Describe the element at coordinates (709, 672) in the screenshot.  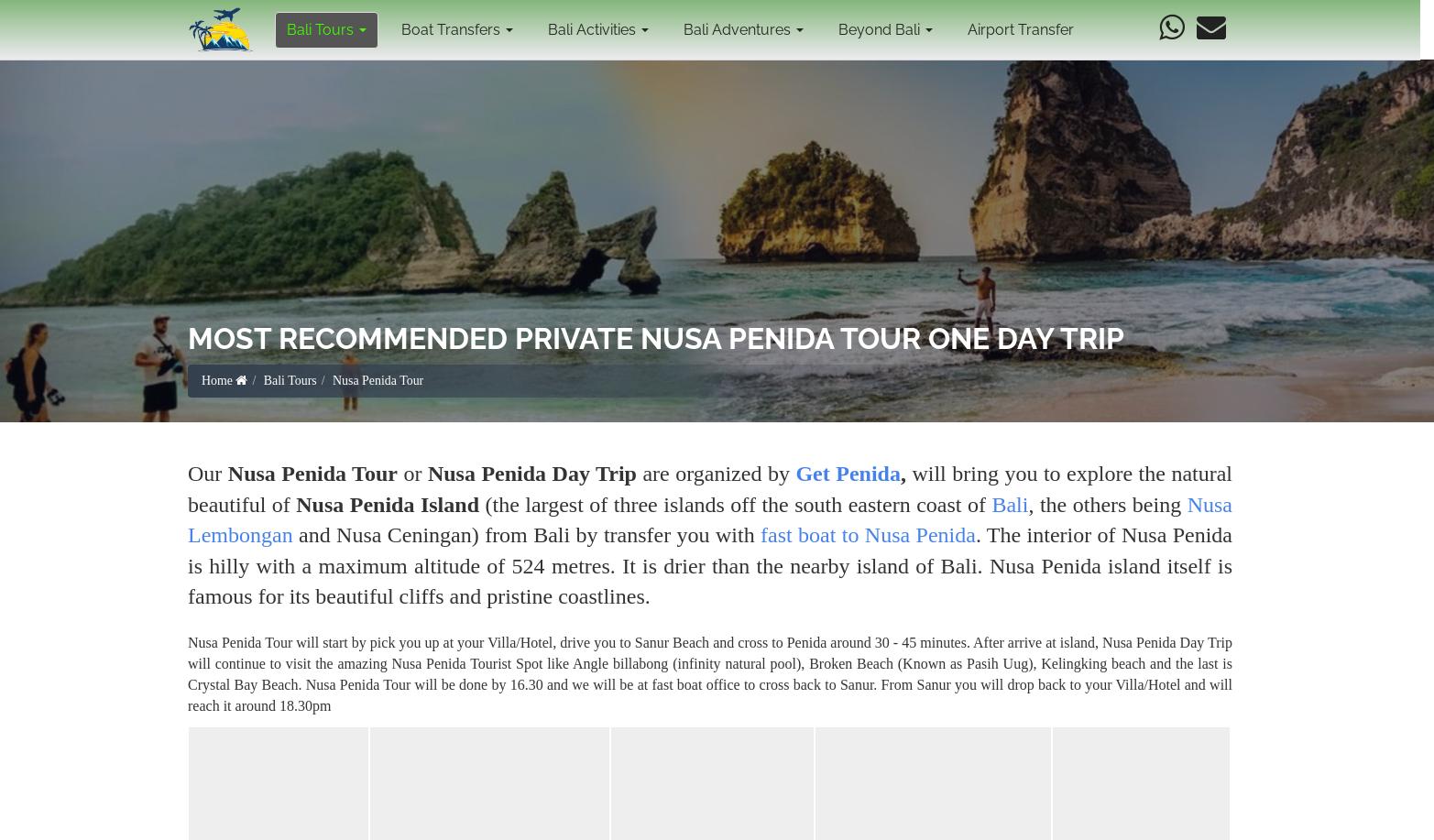
I see `'Nusa Penida Tour will start by pick you up at your Villa/Hotel, drive you to Sanur Beach and cross to Penida around 30 - 45 minutes. After arrive at island, Nusa Penida Day Trip will continue to visit the amazing Nusa Penida Tourist Spot like Angle billabong (infinity natural pool), Broken Beach (Known as Pasih Uug), Kelingking beach and the last is Crystal Bay Beach. Nusa Penida Tour will be done by 16.30 and we will be at fast boat office to cross back to Sanur. From Sanur you will drop back to your Villa/Hotel and will reach it around 18.30pm'` at that location.